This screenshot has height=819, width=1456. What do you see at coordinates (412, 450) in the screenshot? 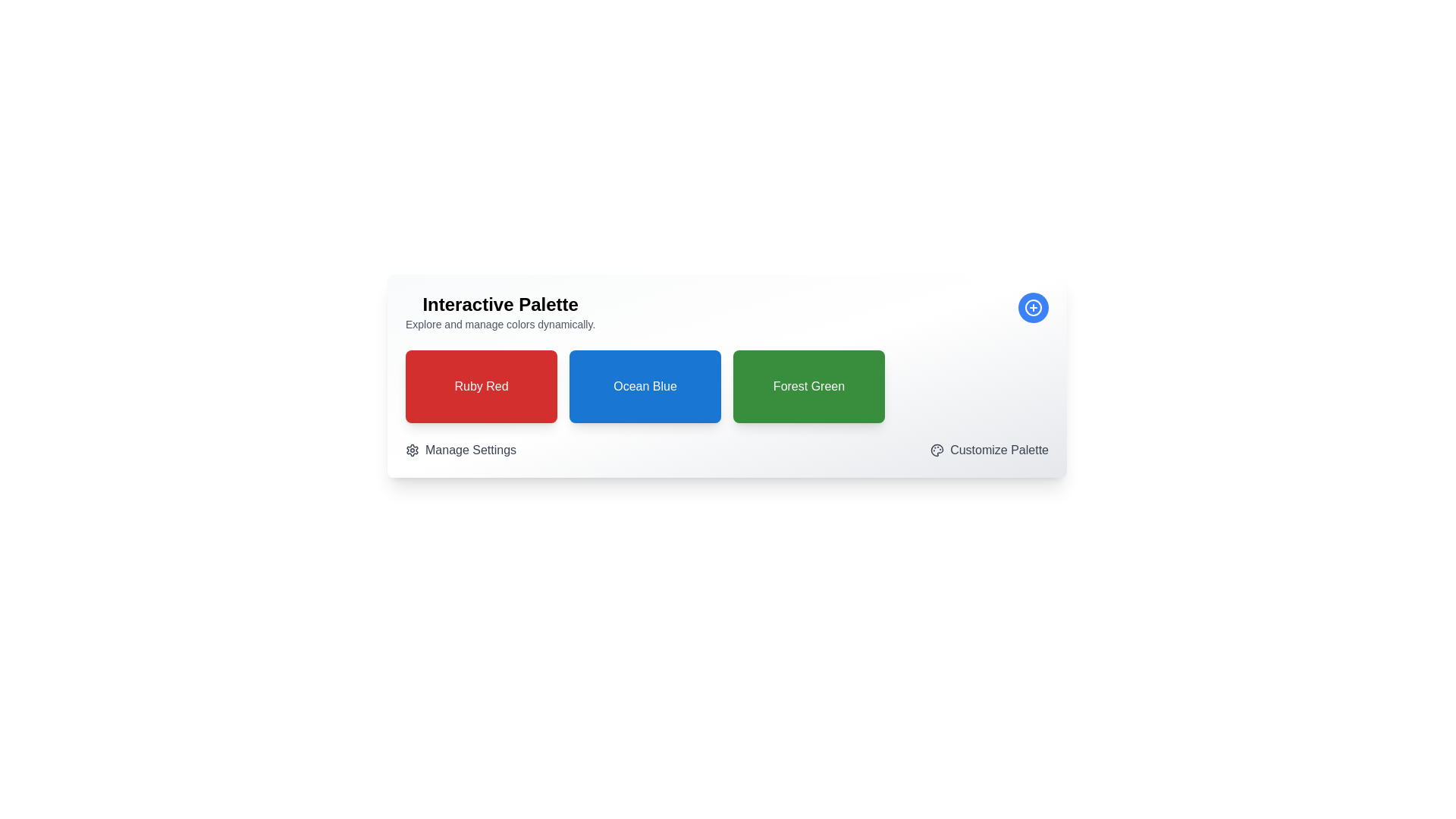
I see `the gear icon, which is styled in a simplified outline design and located beside the text labeled 'Manage Settings', to trigger a tooltip or visual response` at bounding box center [412, 450].